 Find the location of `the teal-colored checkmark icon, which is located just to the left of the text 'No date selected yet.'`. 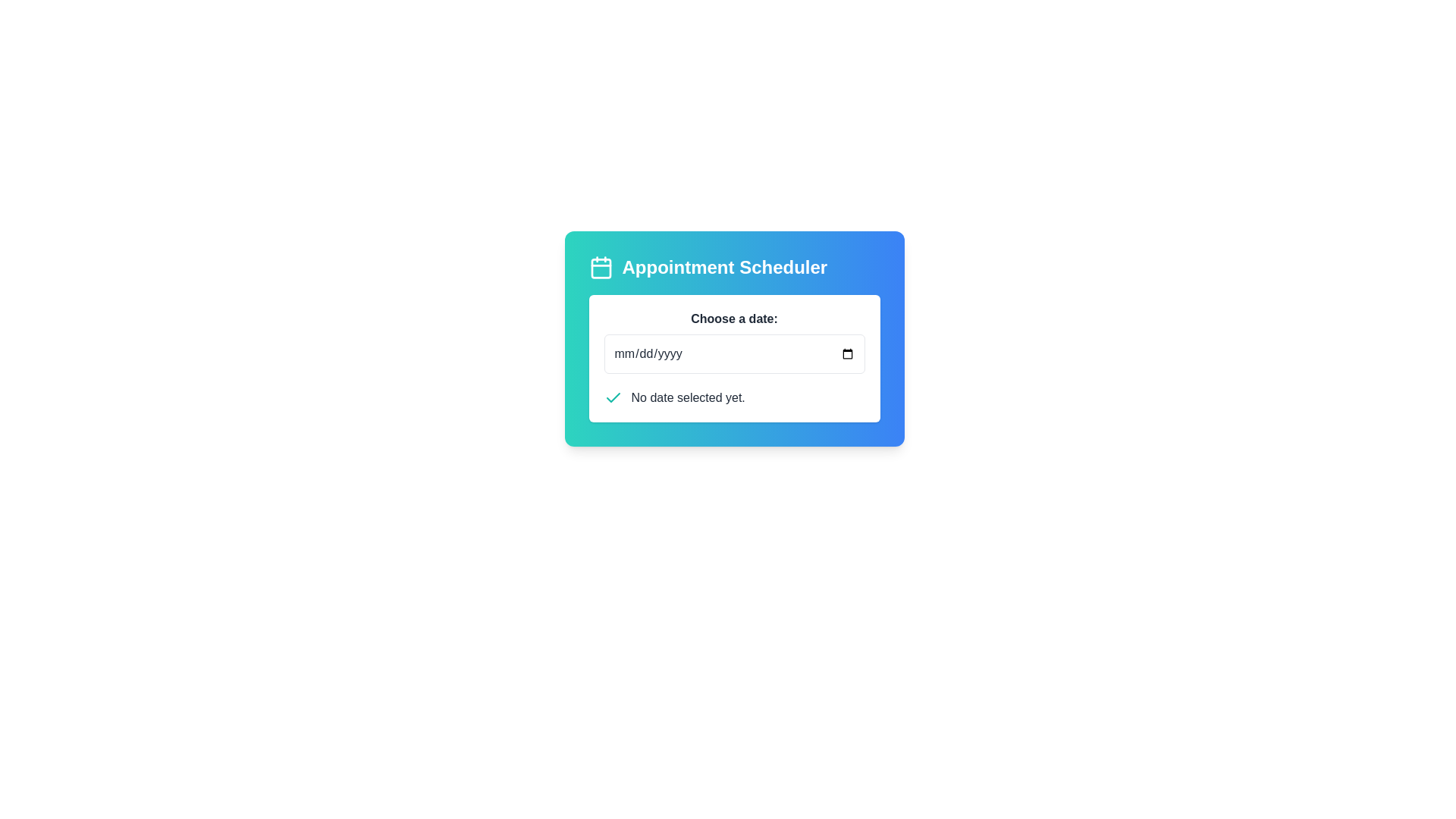

the teal-colored checkmark icon, which is located just to the left of the text 'No date selected yet.' is located at coordinates (613, 397).